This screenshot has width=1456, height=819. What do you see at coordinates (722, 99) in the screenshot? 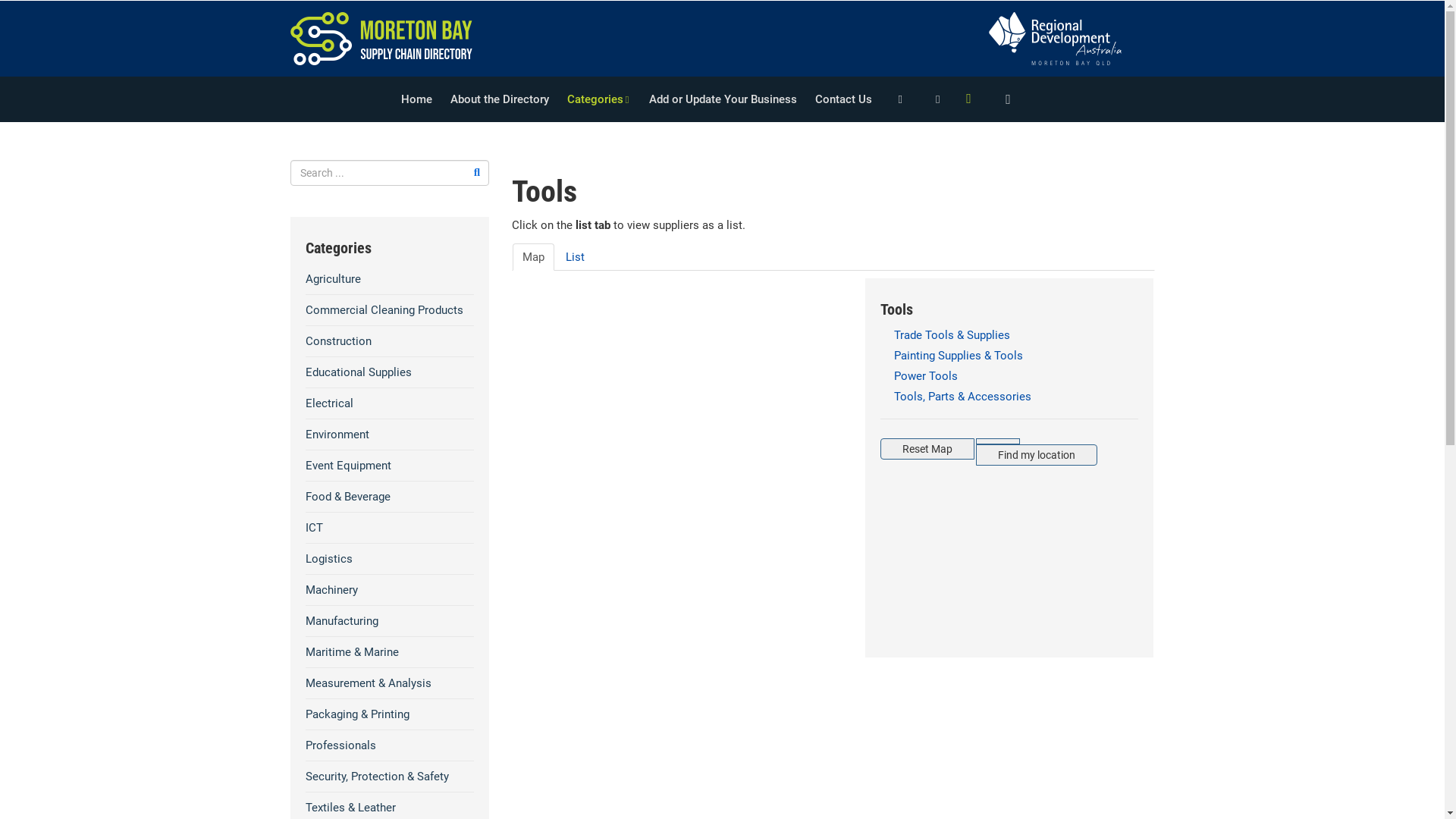
I see `'Add or Update Your Business'` at bounding box center [722, 99].